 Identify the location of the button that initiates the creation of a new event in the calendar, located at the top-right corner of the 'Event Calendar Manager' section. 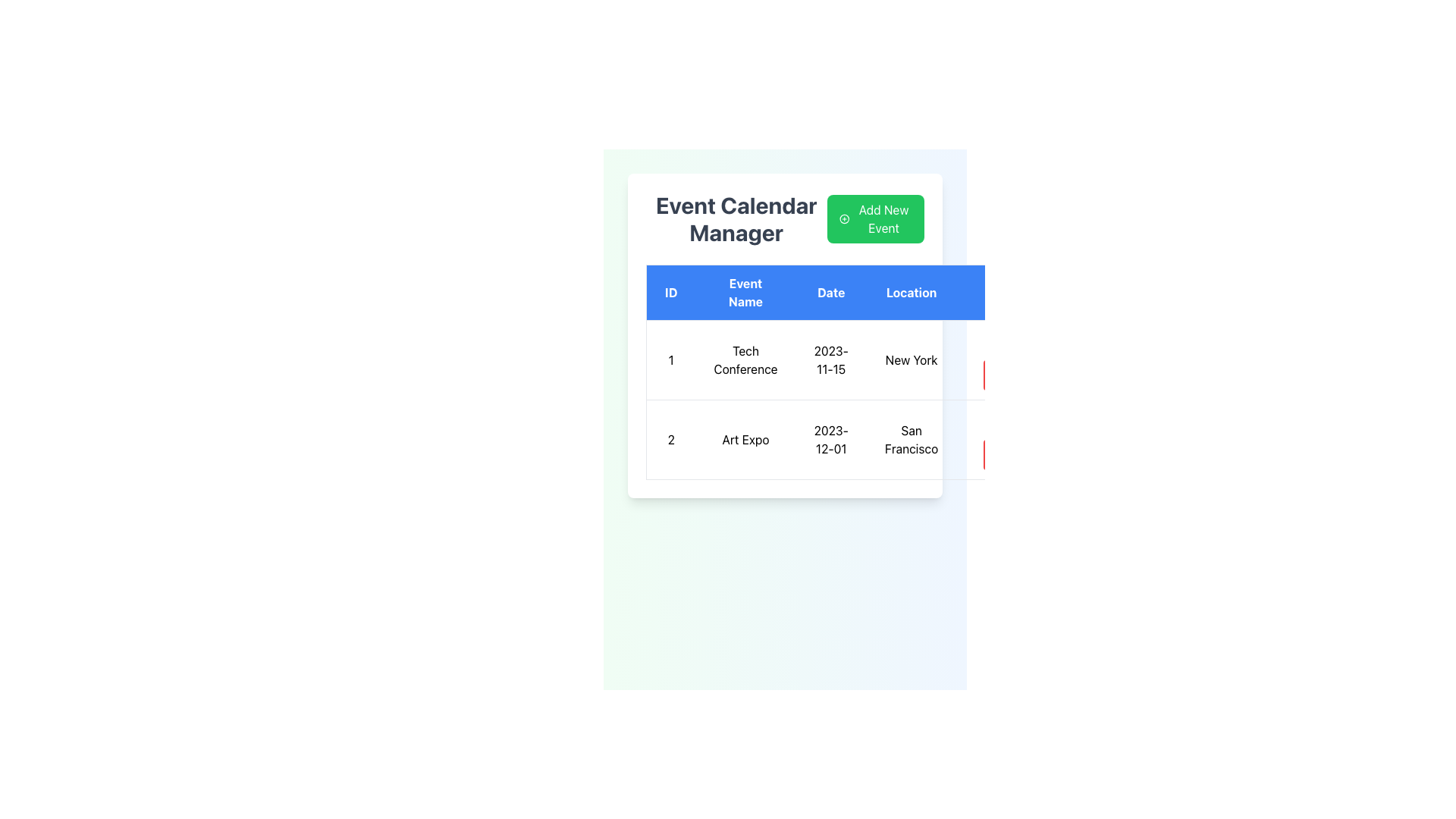
(875, 219).